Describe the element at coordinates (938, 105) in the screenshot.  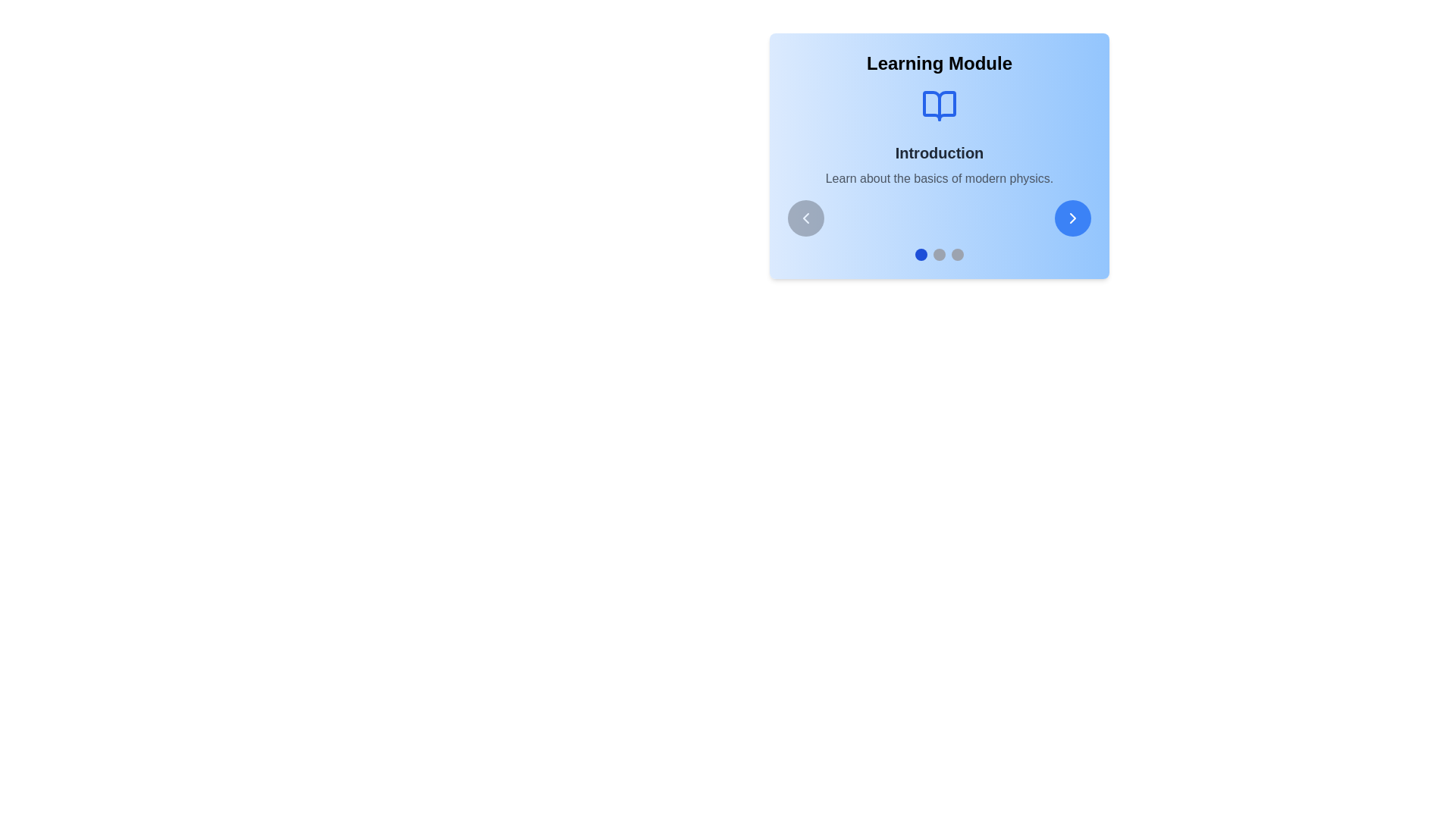
I see `the icon associated with the 'Learning Module' title, which is located below the title and above the 'Introduction' text` at that location.